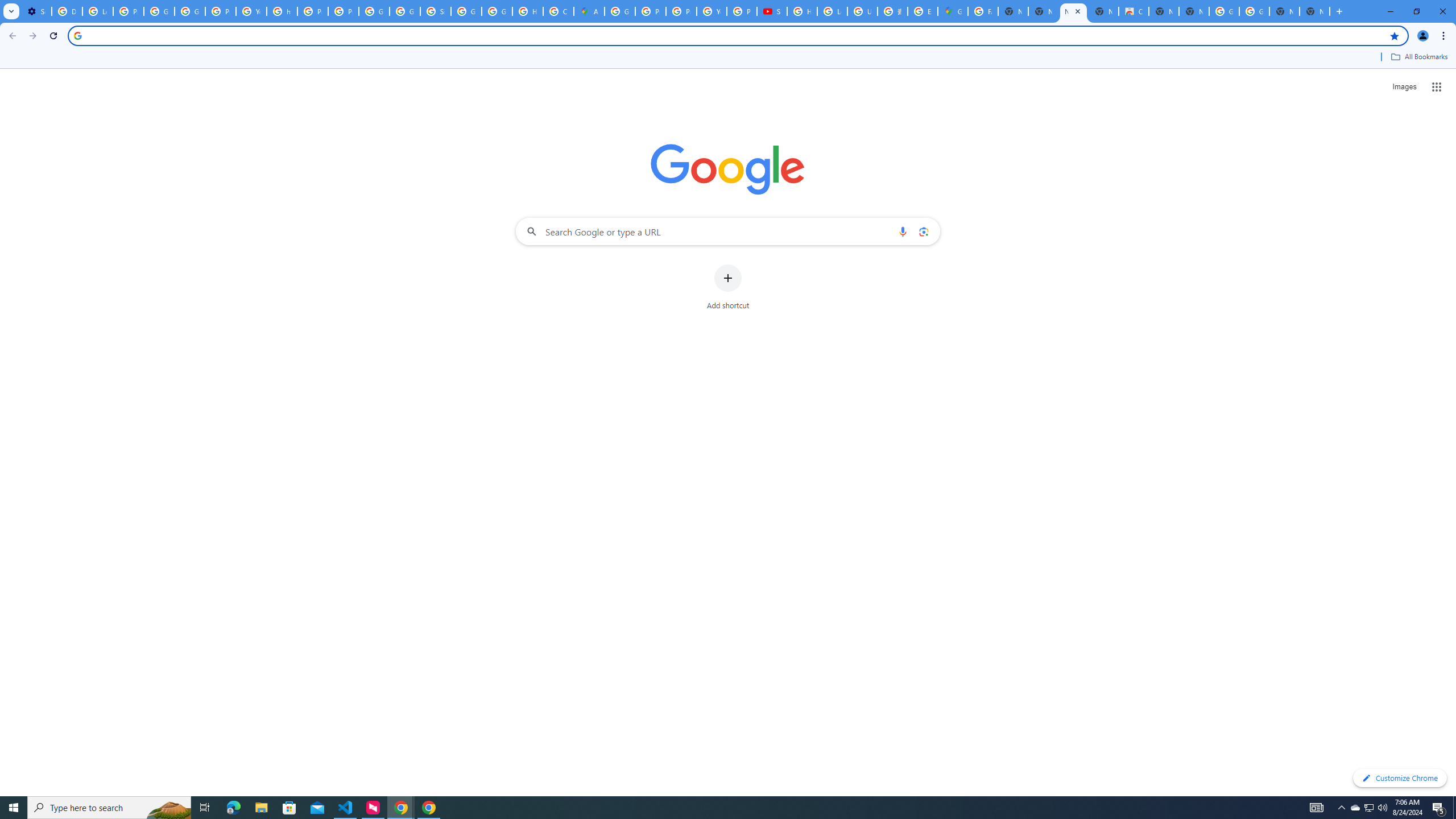 This screenshot has height=819, width=1456. I want to click on 'Google Maps', so click(953, 11).